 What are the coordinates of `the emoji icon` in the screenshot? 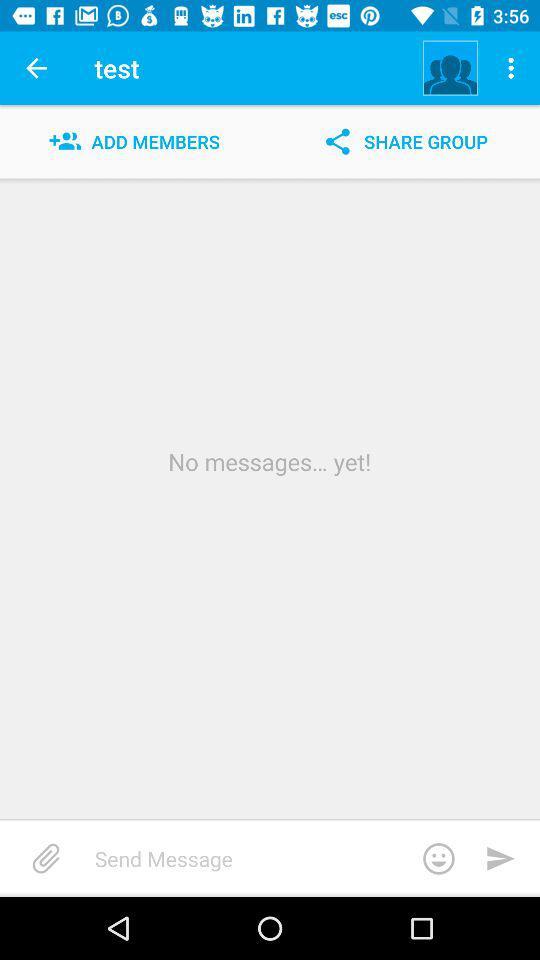 It's located at (437, 857).